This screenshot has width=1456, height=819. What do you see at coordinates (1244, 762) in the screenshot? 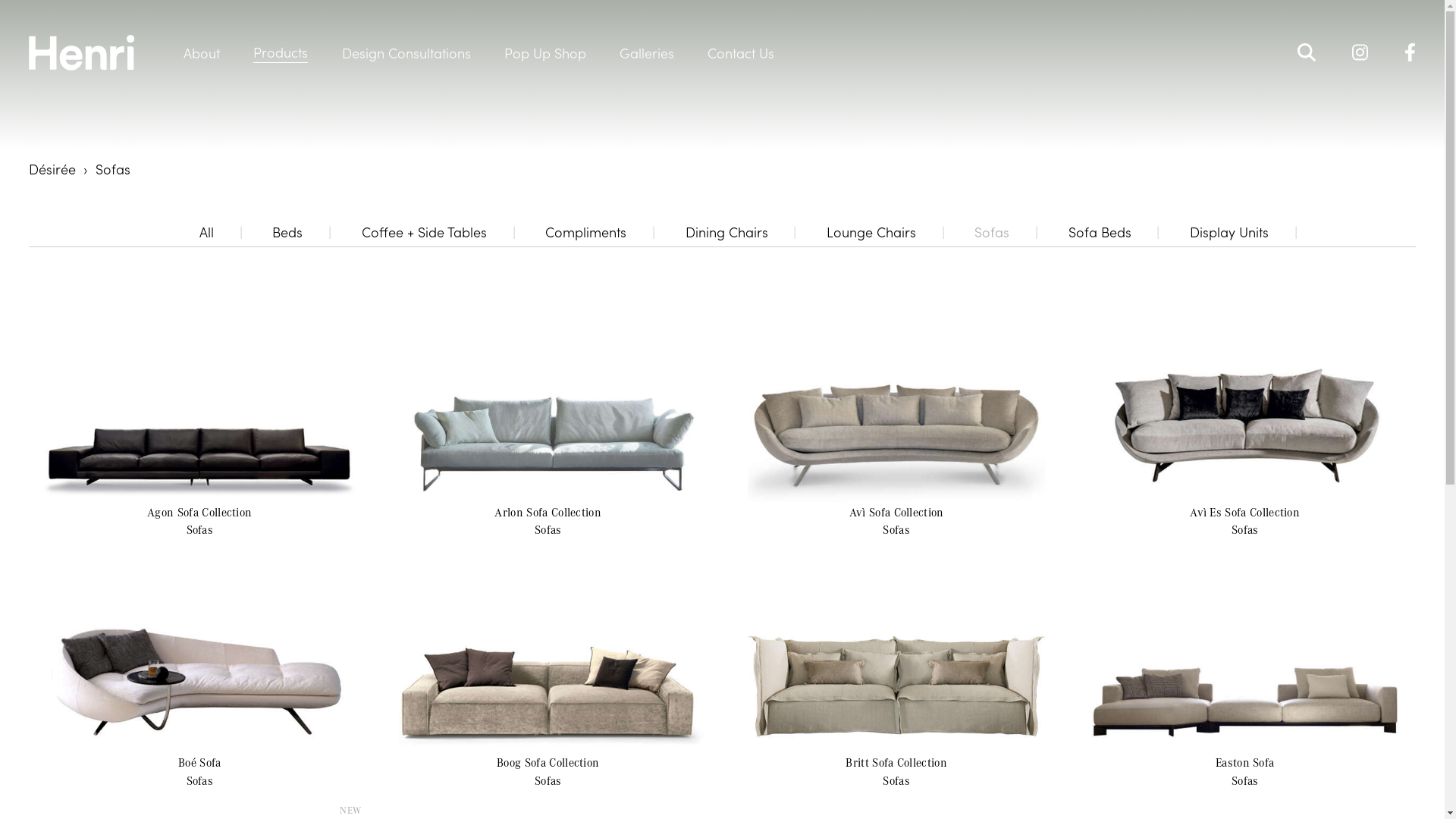
I see `'Easton Sofa'` at bounding box center [1244, 762].